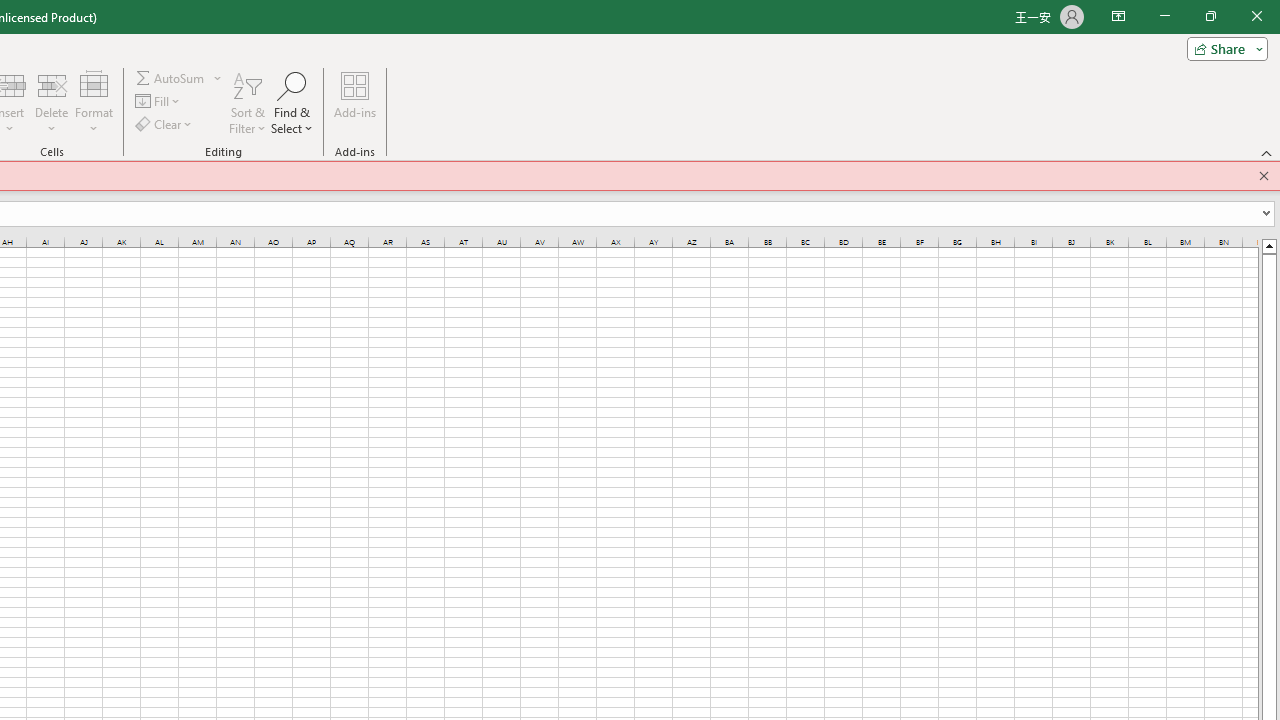  I want to click on 'Fill', so click(158, 101).